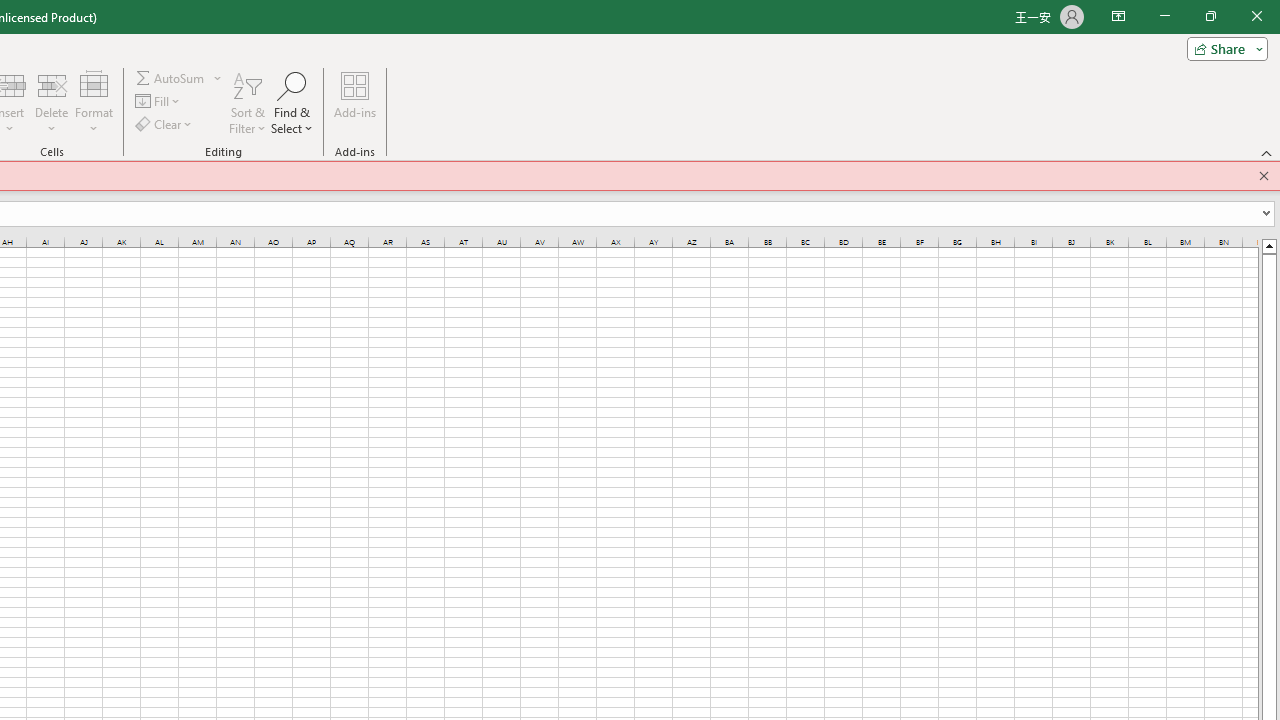  I want to click on 'Fill', so click(158, 101).